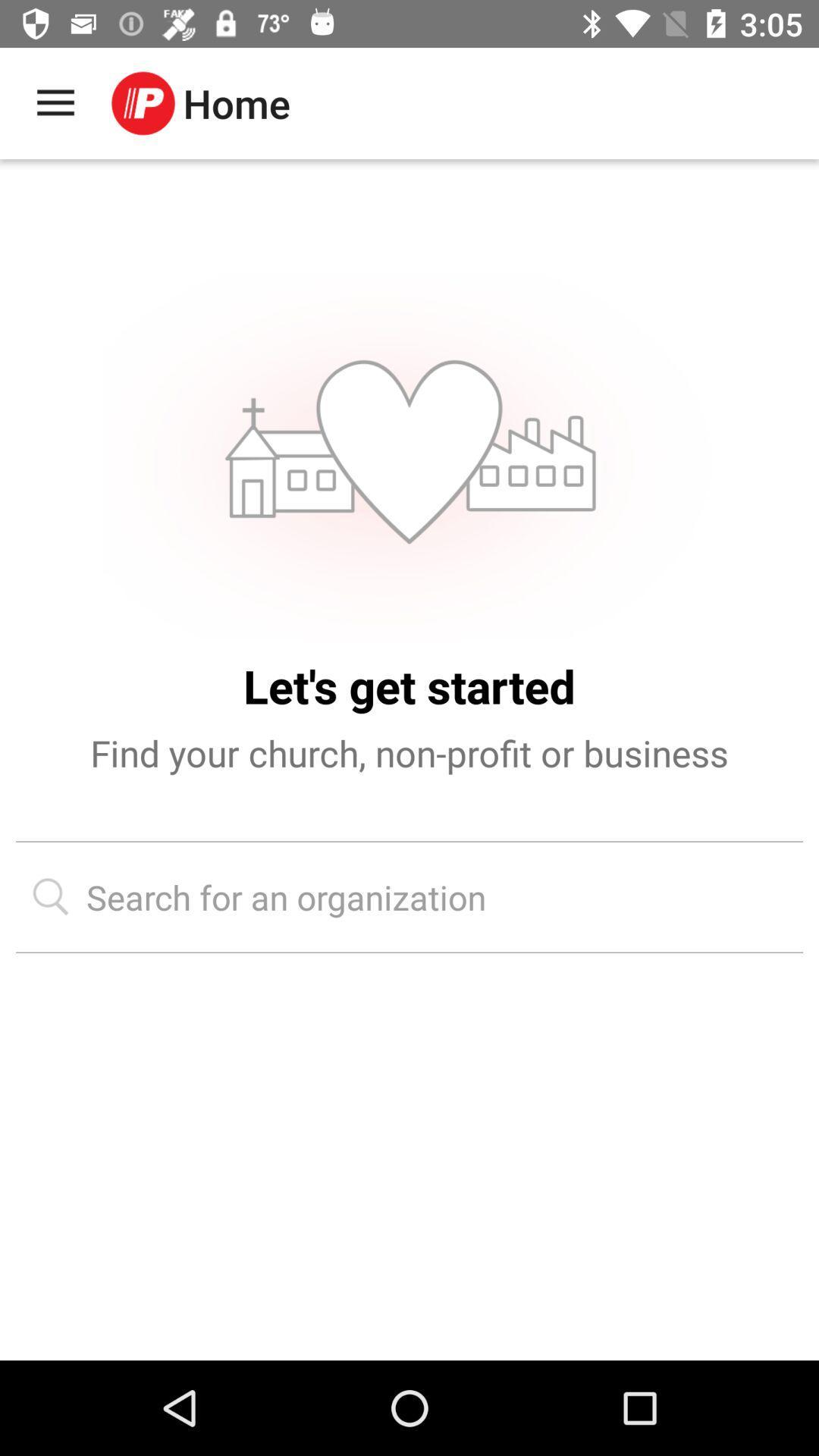  What do you see at coordinates (408, 454) in the screenshot?
I see `the item above the let s get icon` at bounding box center [408, 454].